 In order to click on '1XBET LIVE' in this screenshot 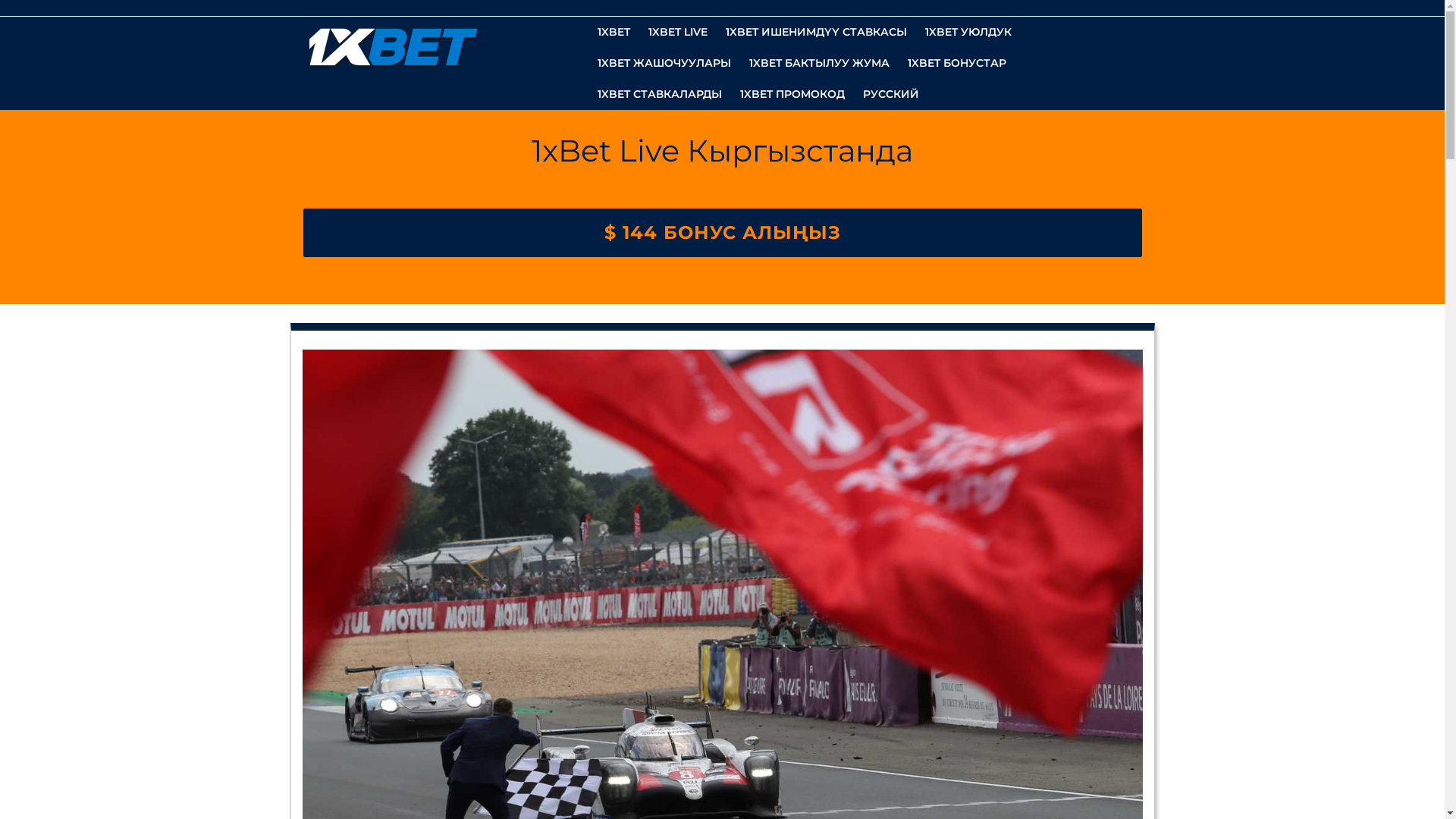, I will do `click(676, 32)`.